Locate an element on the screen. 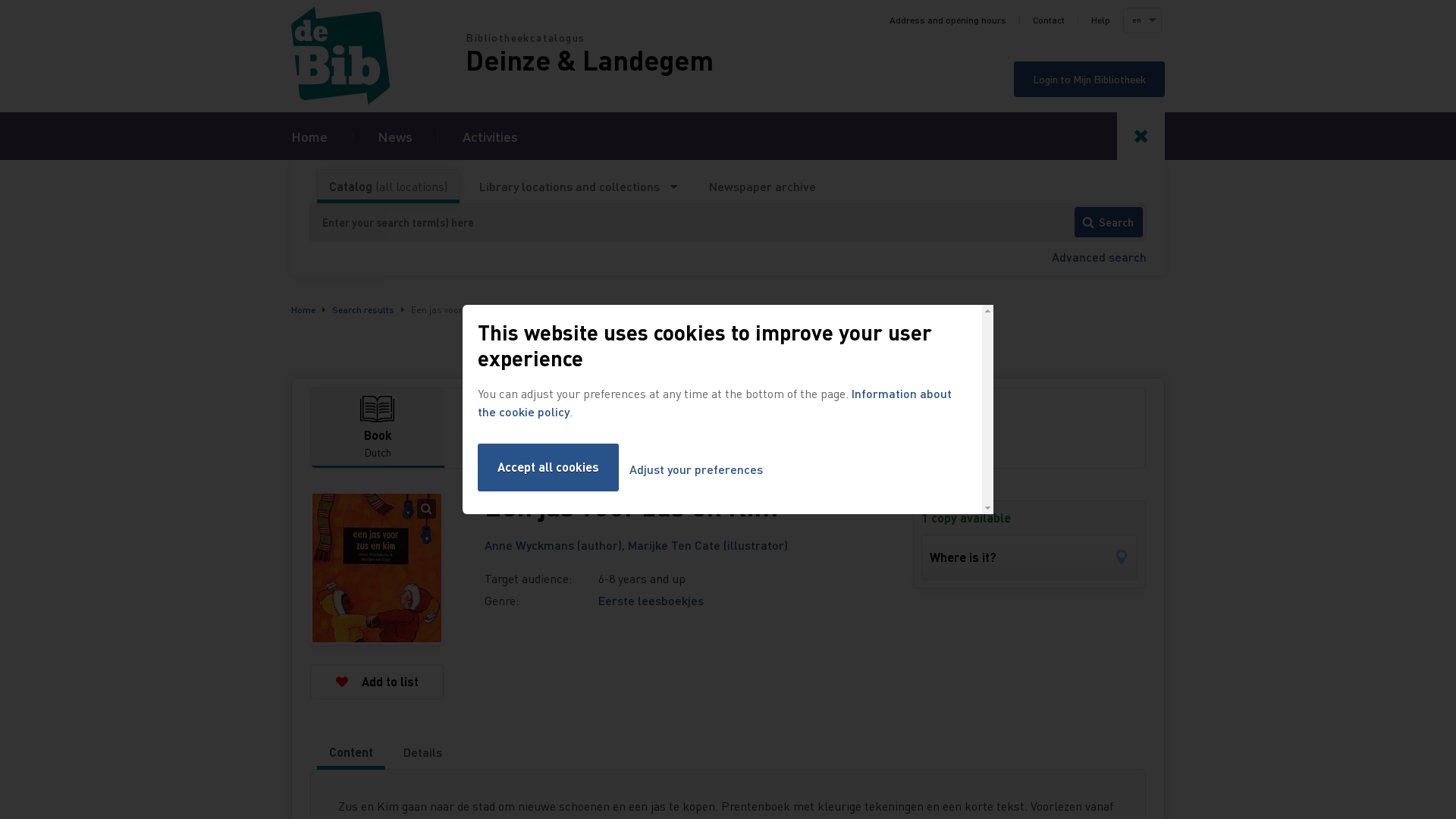 Image resolution: width=1456 pixels, height=819 pixels. 'Search results' is located at coordinates (362, 309).